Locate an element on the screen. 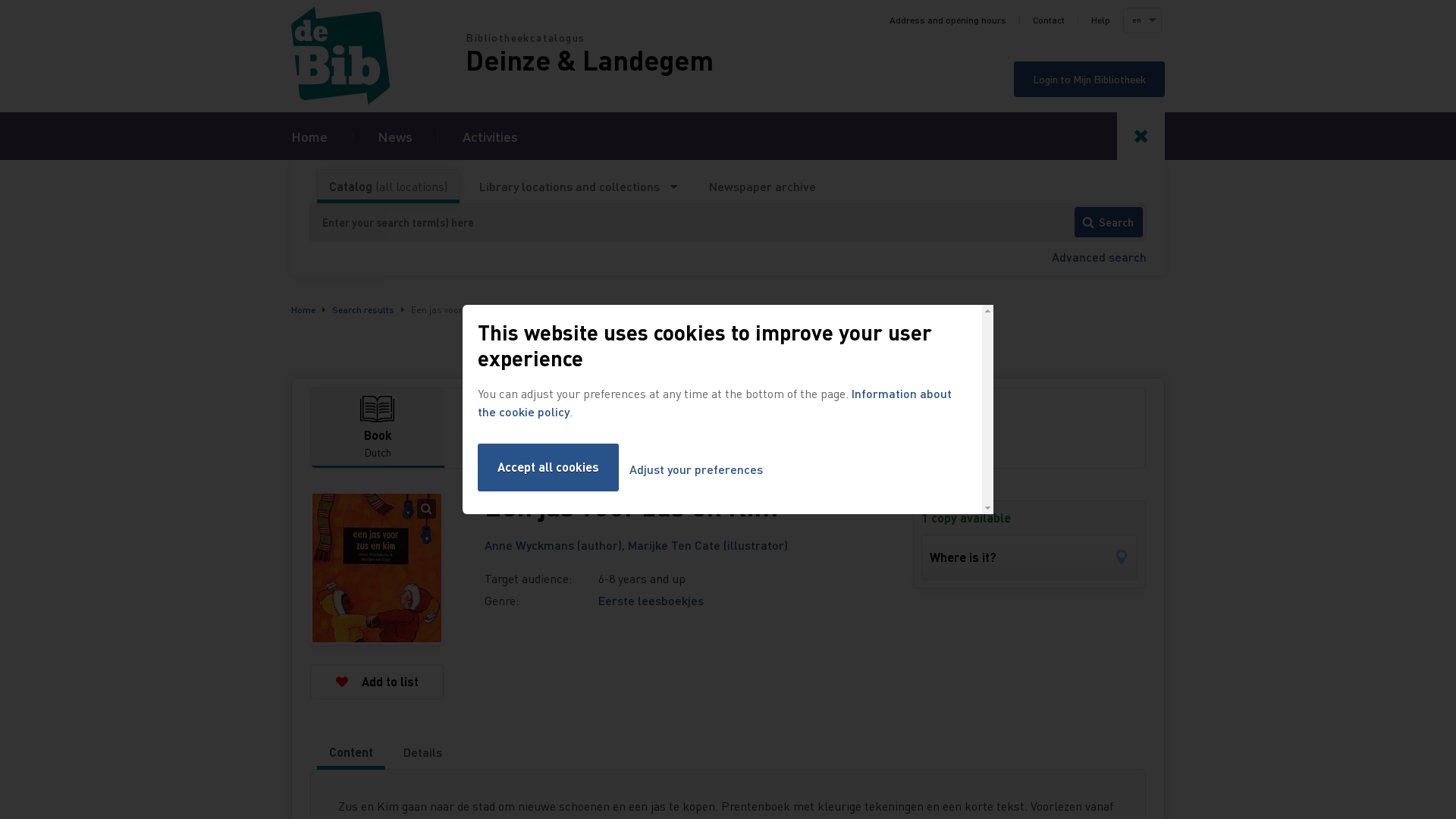 Image resolution: width=1456 pixels, height=819 pixels. 'Search results' is located at coordinates (362, 309).